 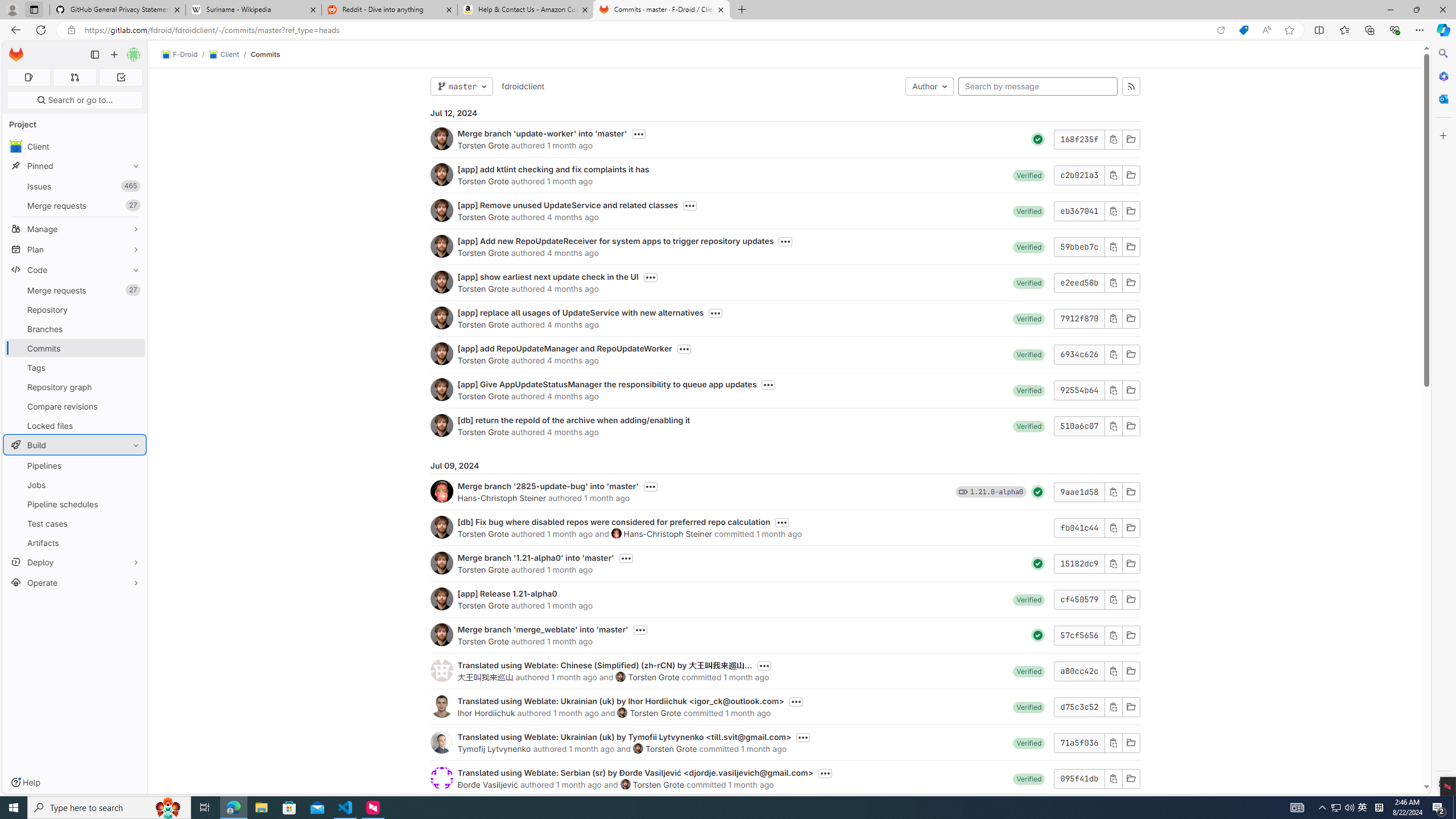 What do you see at coordinates (133, 406) in the screenshot?
I see `'Pin Compare revisions'` at bounding box center [133, 406].